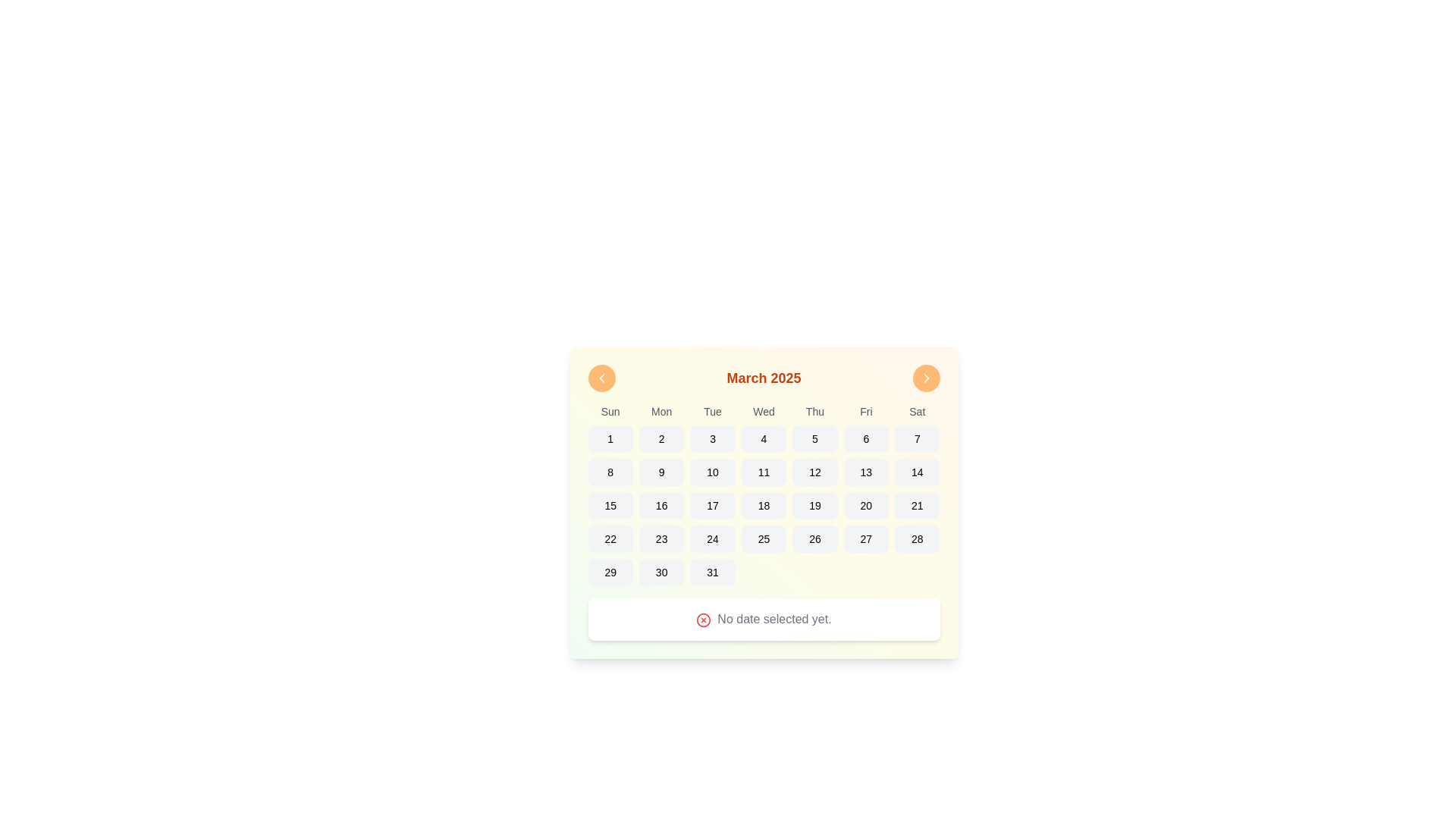 This screenshot has height=819, width=1456. What do you see at coordinates (814, 438) in the screenshot?
I see `the button labeled '5' located in the calendar grid under Thursday of the first week of March 2025 for accessibility navigation` at bounding box center [814, 438].